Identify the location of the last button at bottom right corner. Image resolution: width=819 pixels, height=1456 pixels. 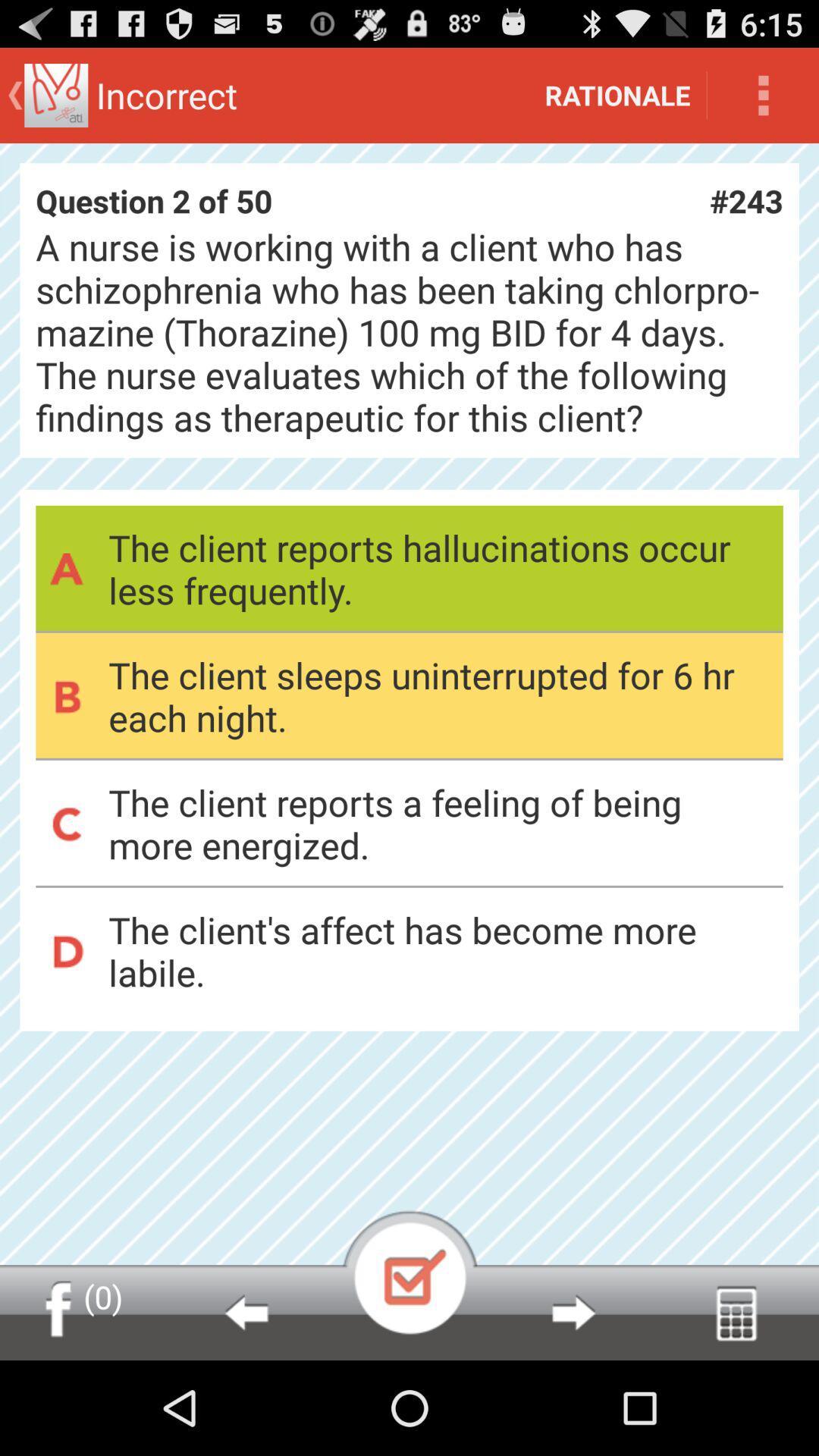
(736, 1312).